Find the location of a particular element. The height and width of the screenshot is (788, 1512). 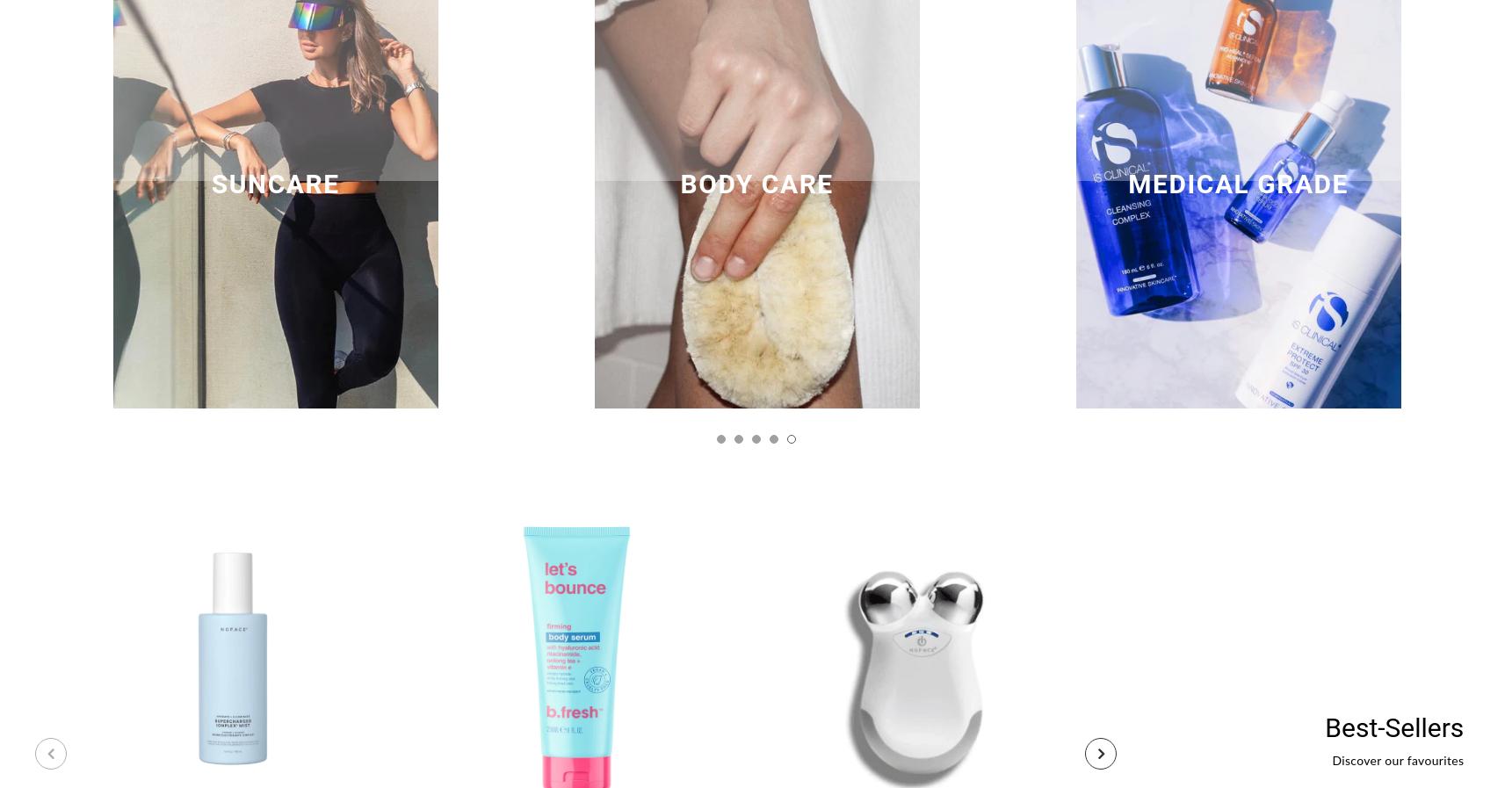

'Discover our favourites' is located at coordinates (1397, 760).